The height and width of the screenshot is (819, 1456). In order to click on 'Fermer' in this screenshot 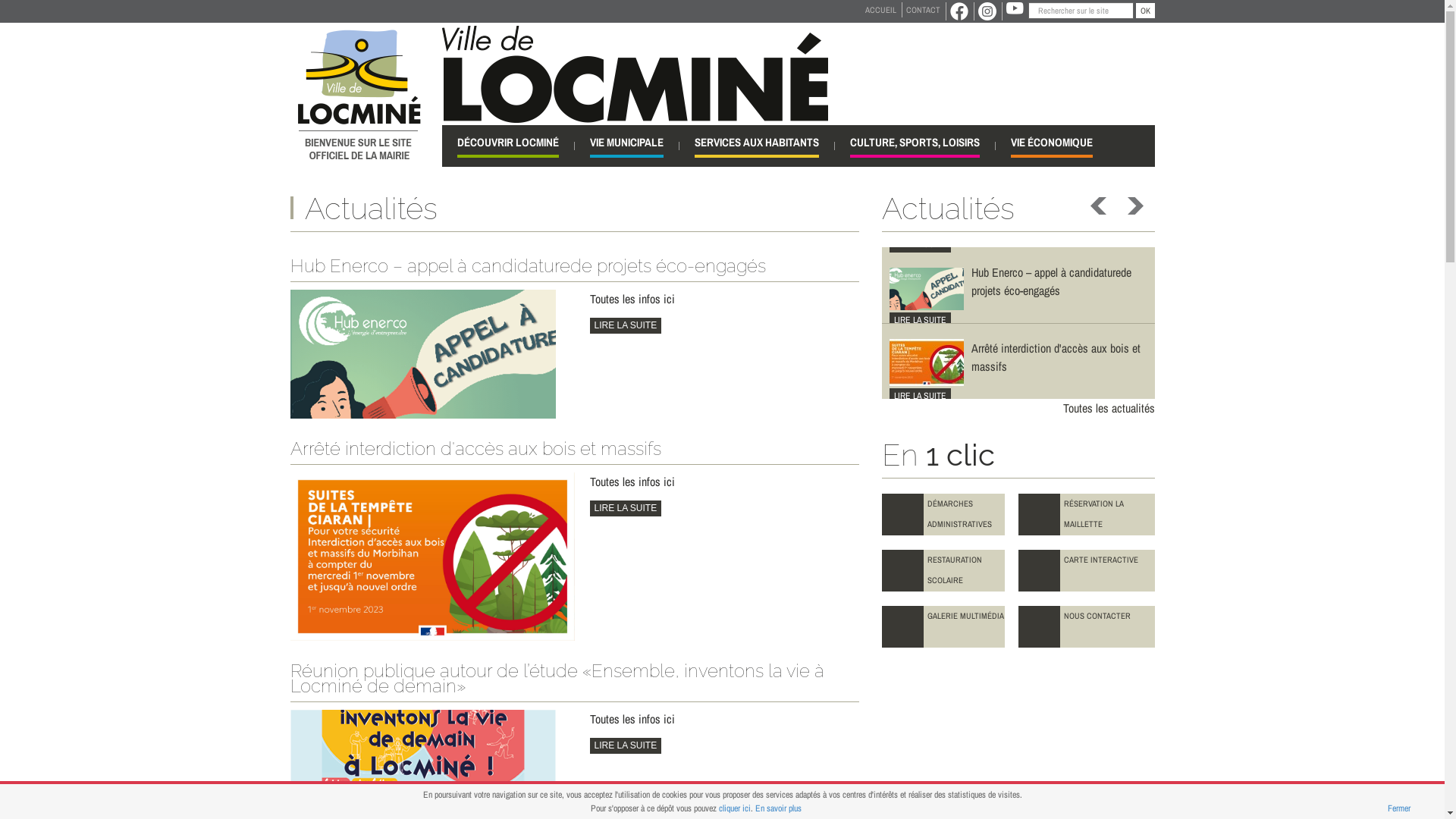, I will do `click(1398, 807)`.